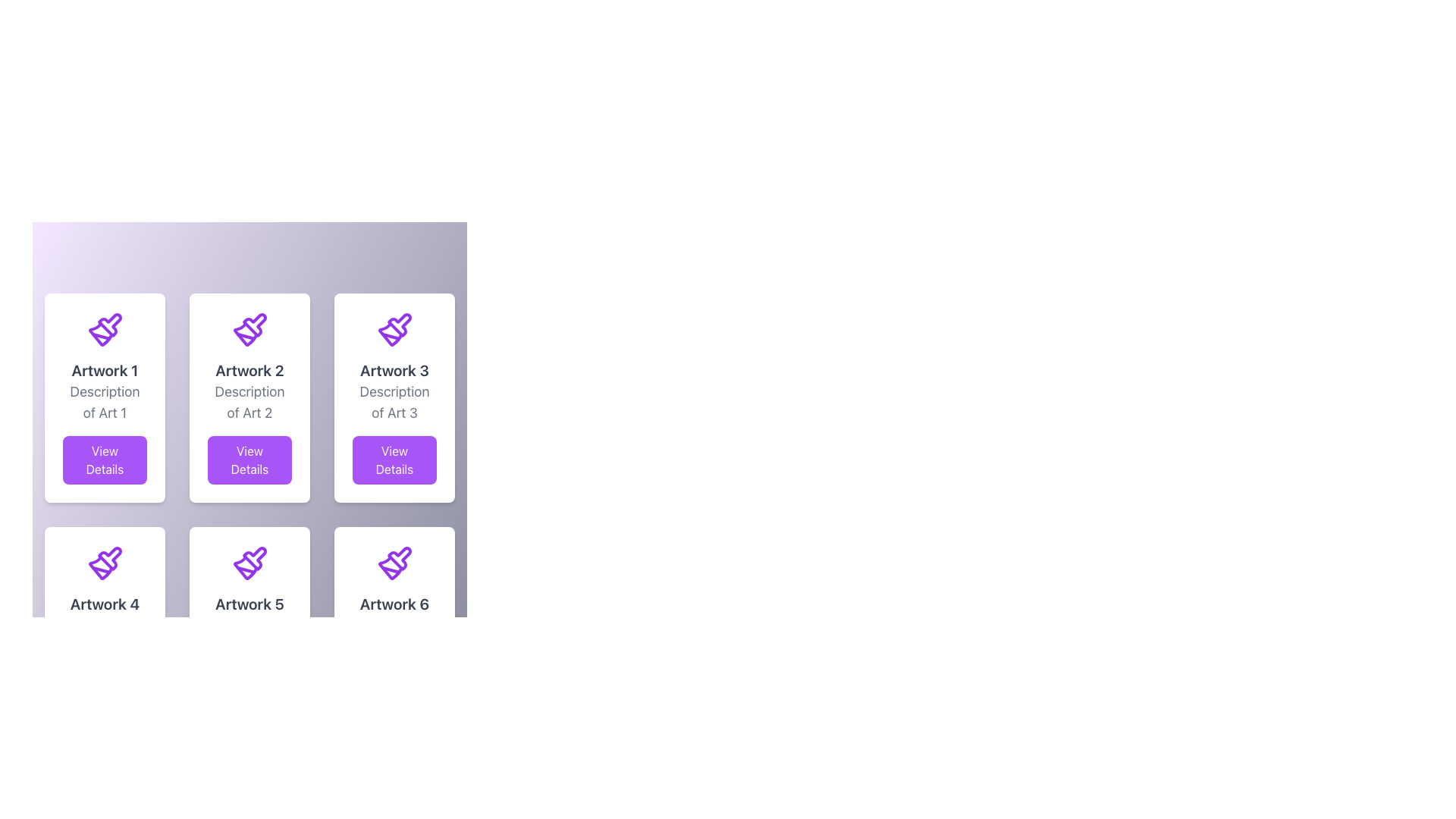  What do you see at coordinates (394, 329) in the screenshot?
I see `the stylized purple paintbrush icon located at the top of the card for 'Artwork 3', above the title and description` at bounding box center [394, 329].